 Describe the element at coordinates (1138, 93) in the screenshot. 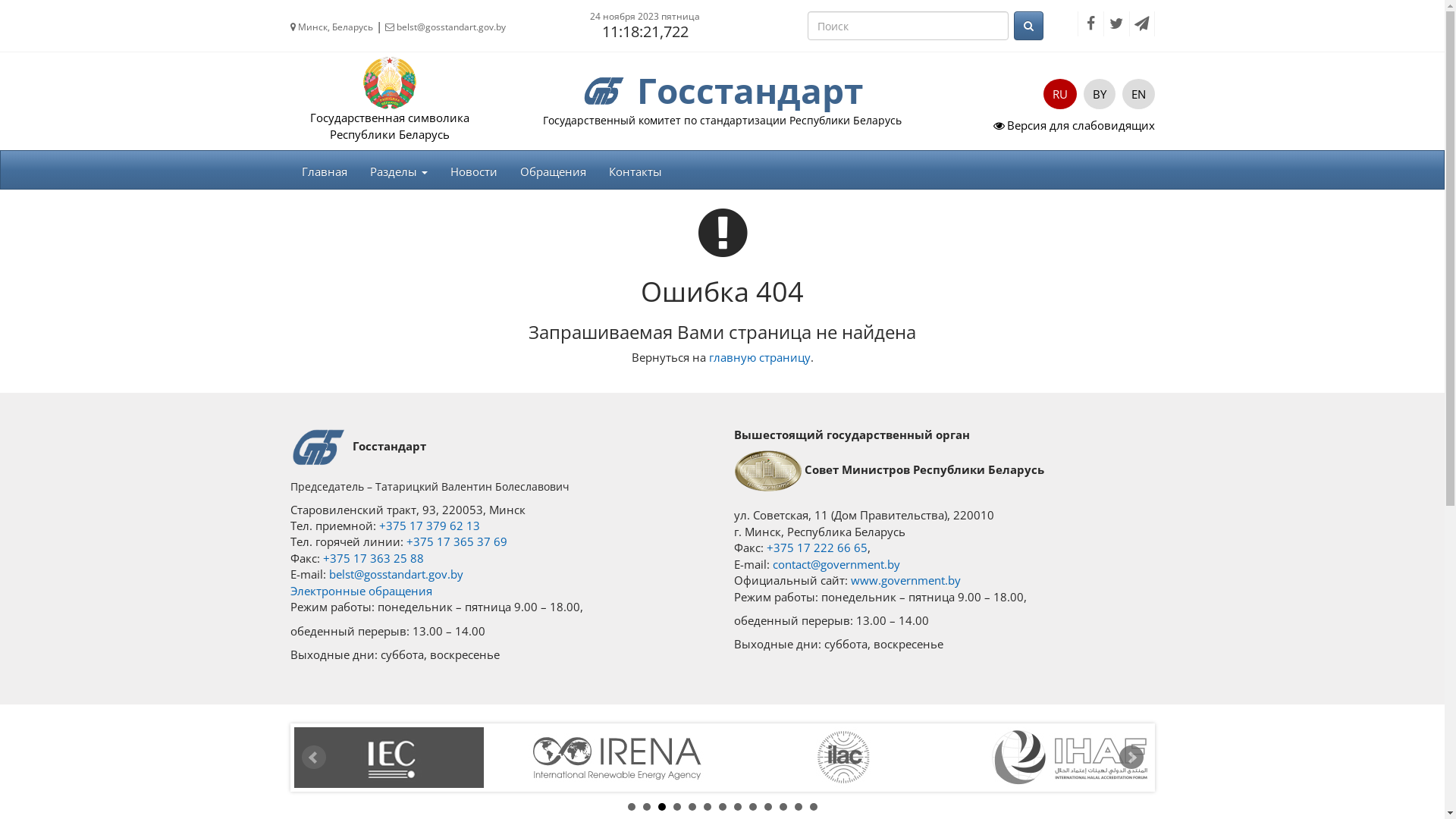

I see `'EN'` at that location.